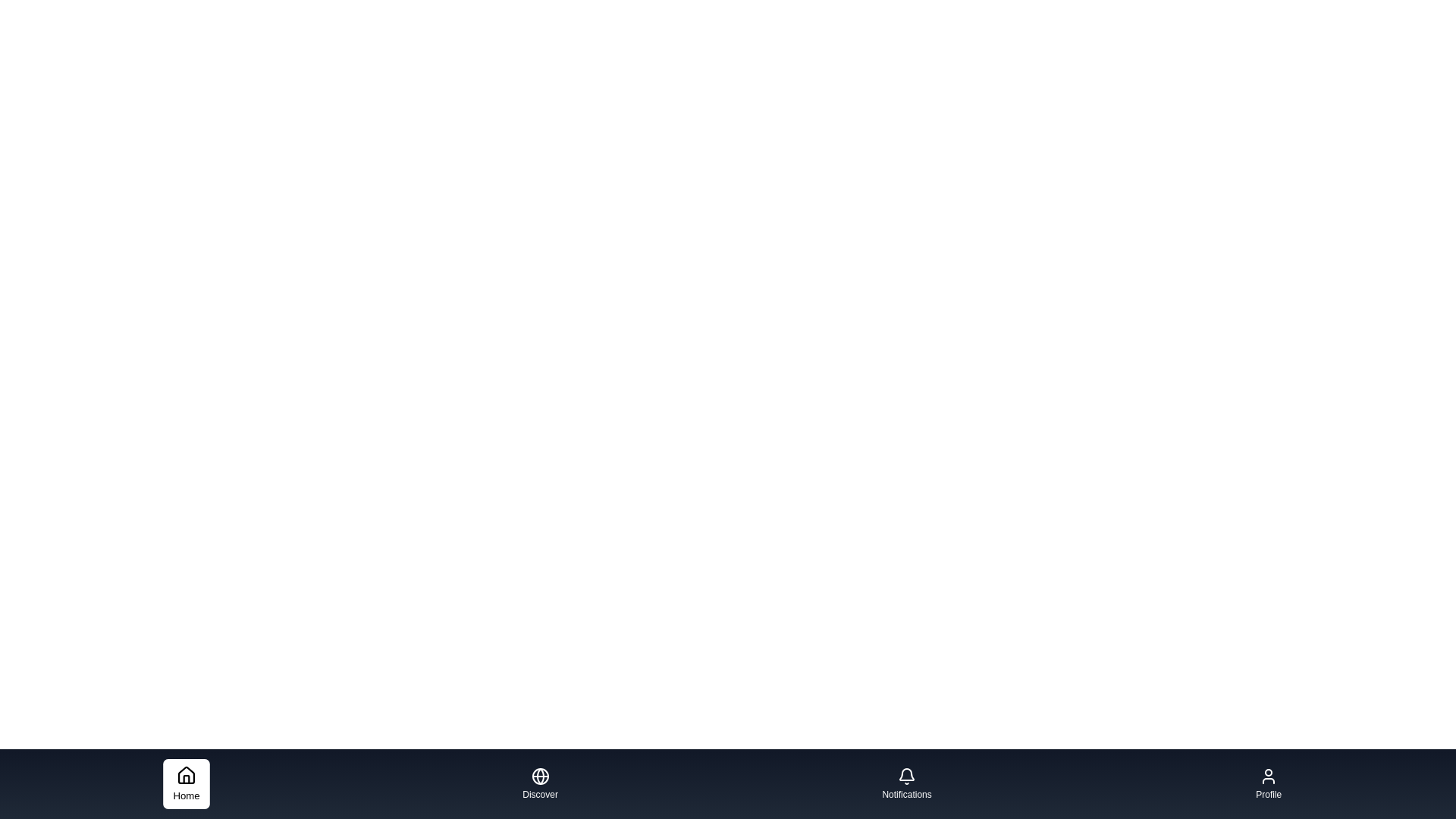 This screenshot has width=1456, height=819. What do you see at coordinates (185, 783) in the screenshot?
I see `the Home navigation tab to activate it` at bounding box center [185, 783].